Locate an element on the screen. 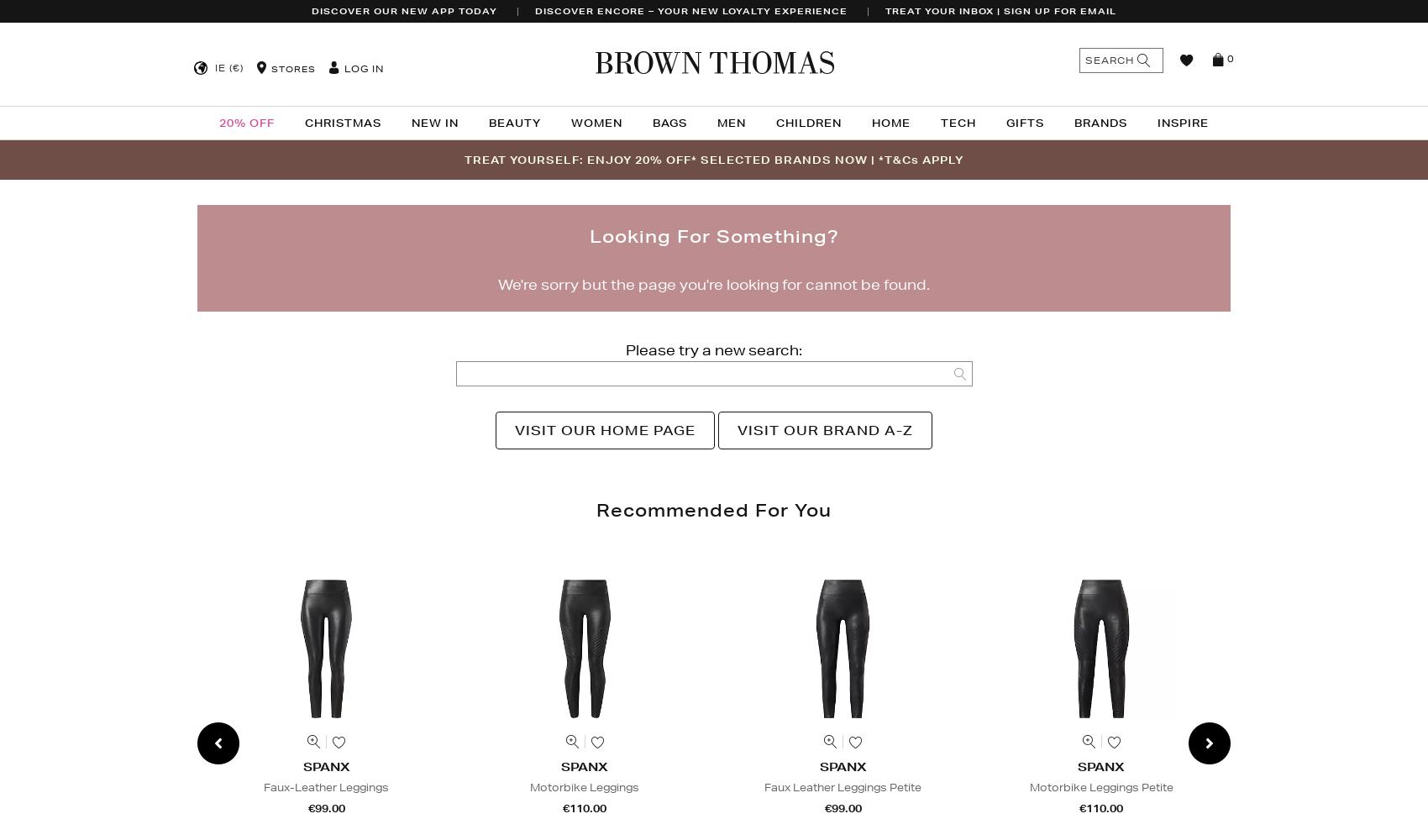 This screenshot has width=1428, height=840. 'Looking for something?' is located at coordinates (712, 236).